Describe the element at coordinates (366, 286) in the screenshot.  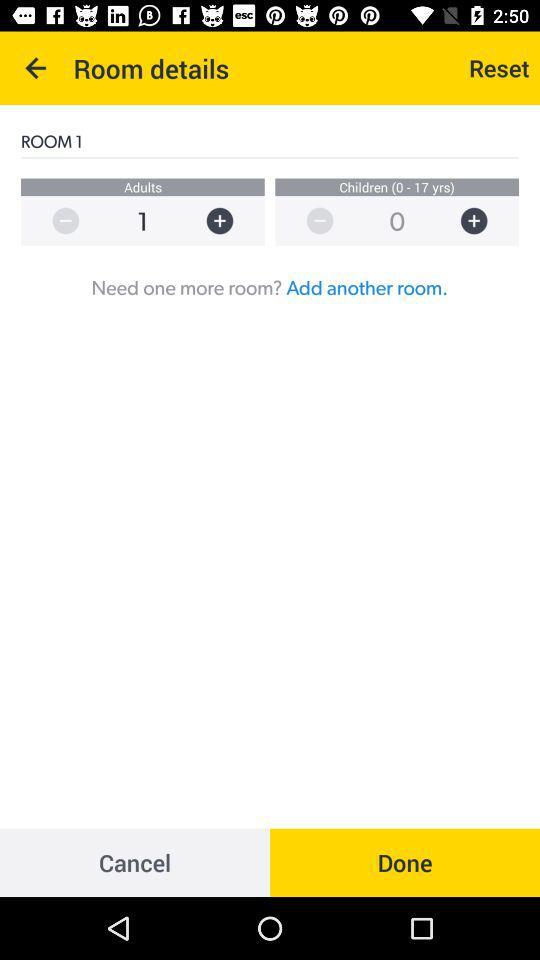
I see `the add another room. icon` at that location.